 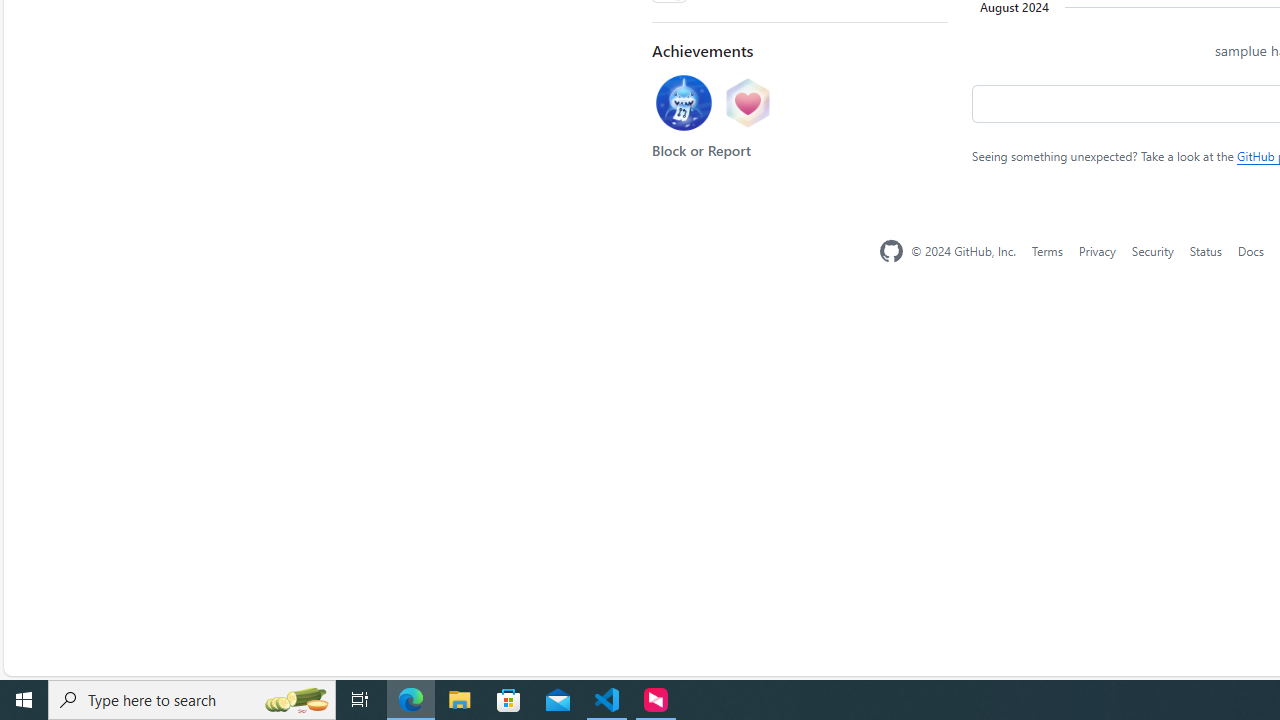 What do you see at coordinates (683, 103) in the screenshot?
I see `'Achievement: Pull Shark'` at bounding box center [683, 103].